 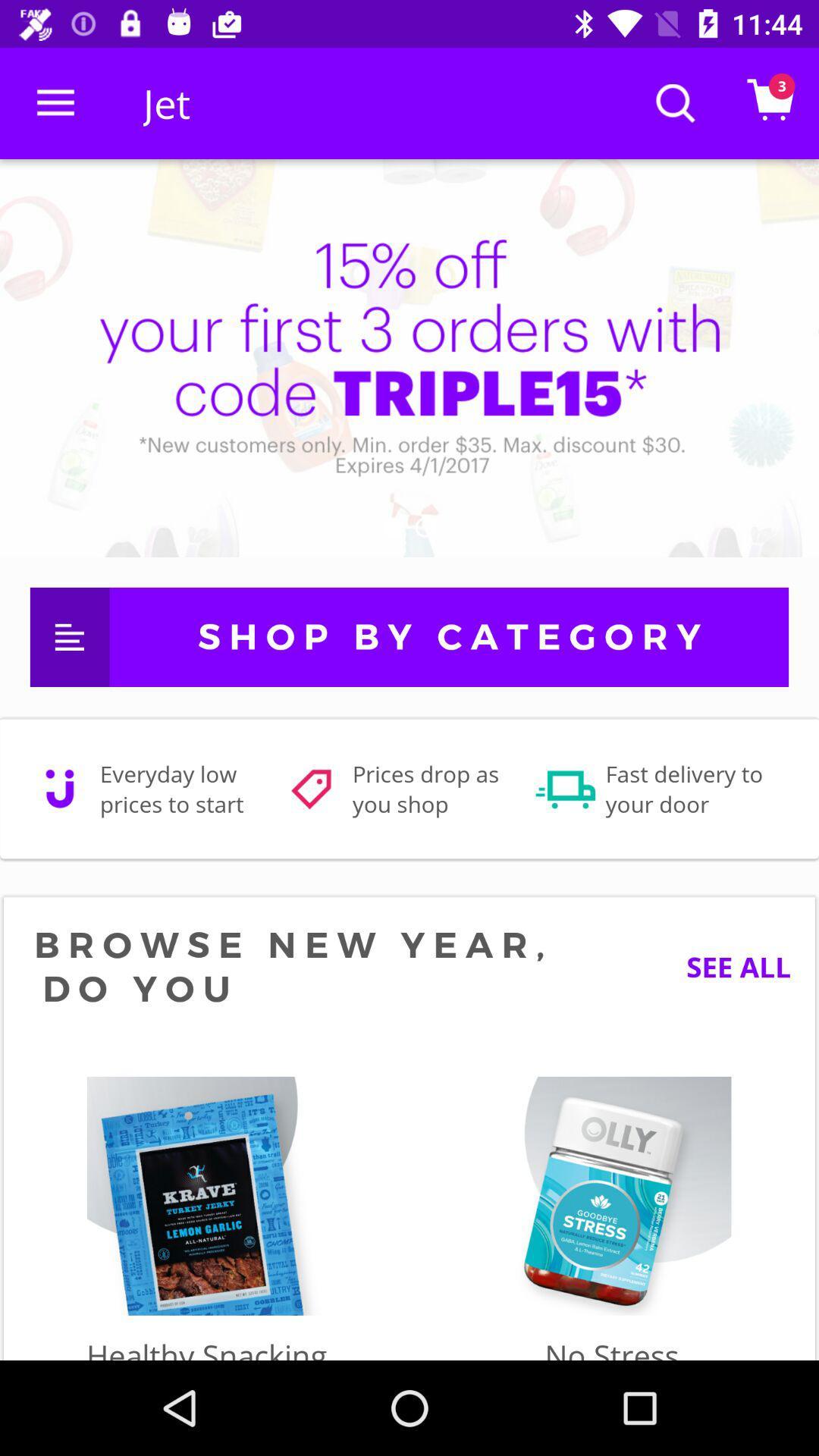 I want to click on the icon to the left of the jet icon, so click(x=55, y=102).